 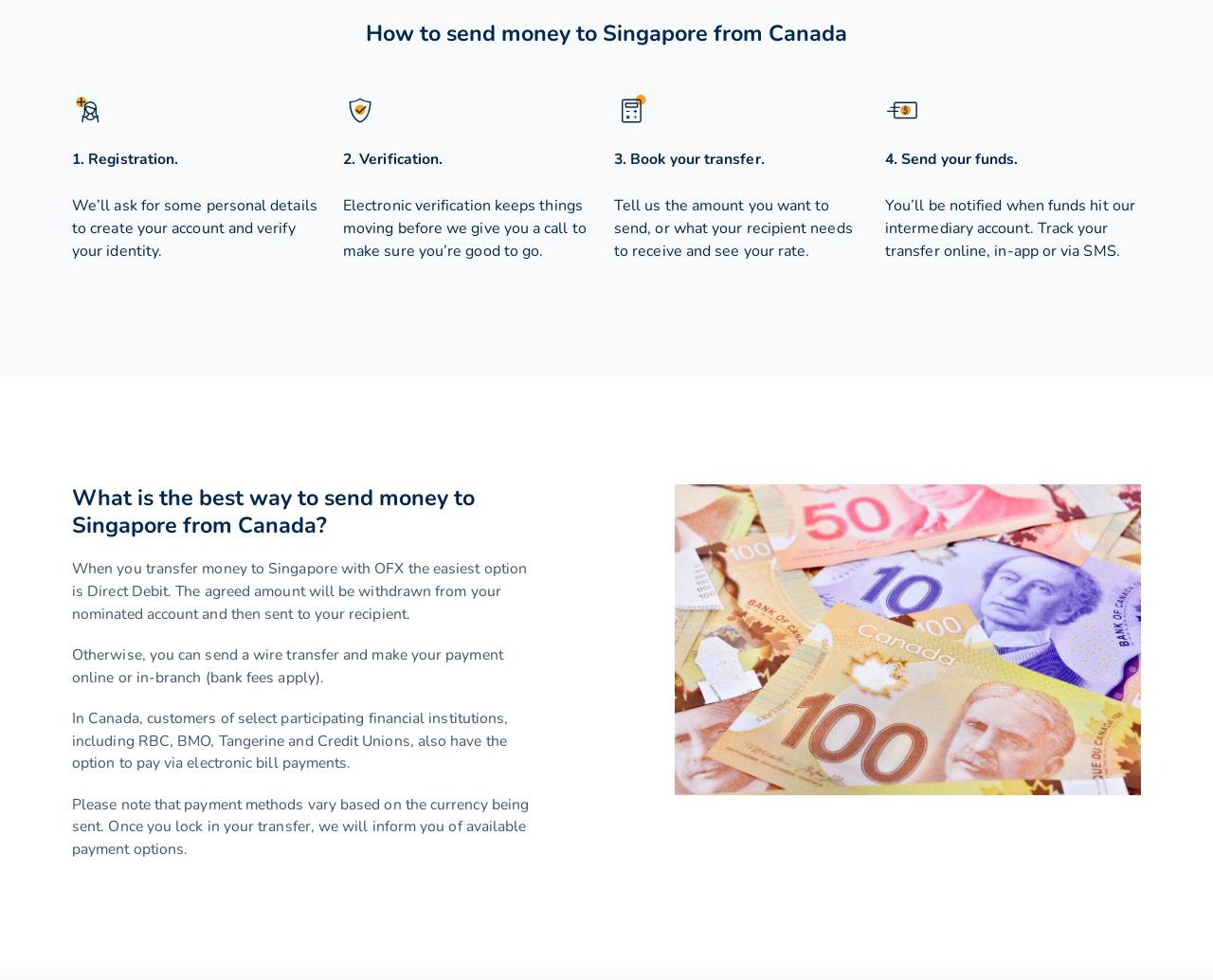 What do you see at coordinates (649, 569) in the screenshot?
I see `'INR'` at bounding box center [649, 569].